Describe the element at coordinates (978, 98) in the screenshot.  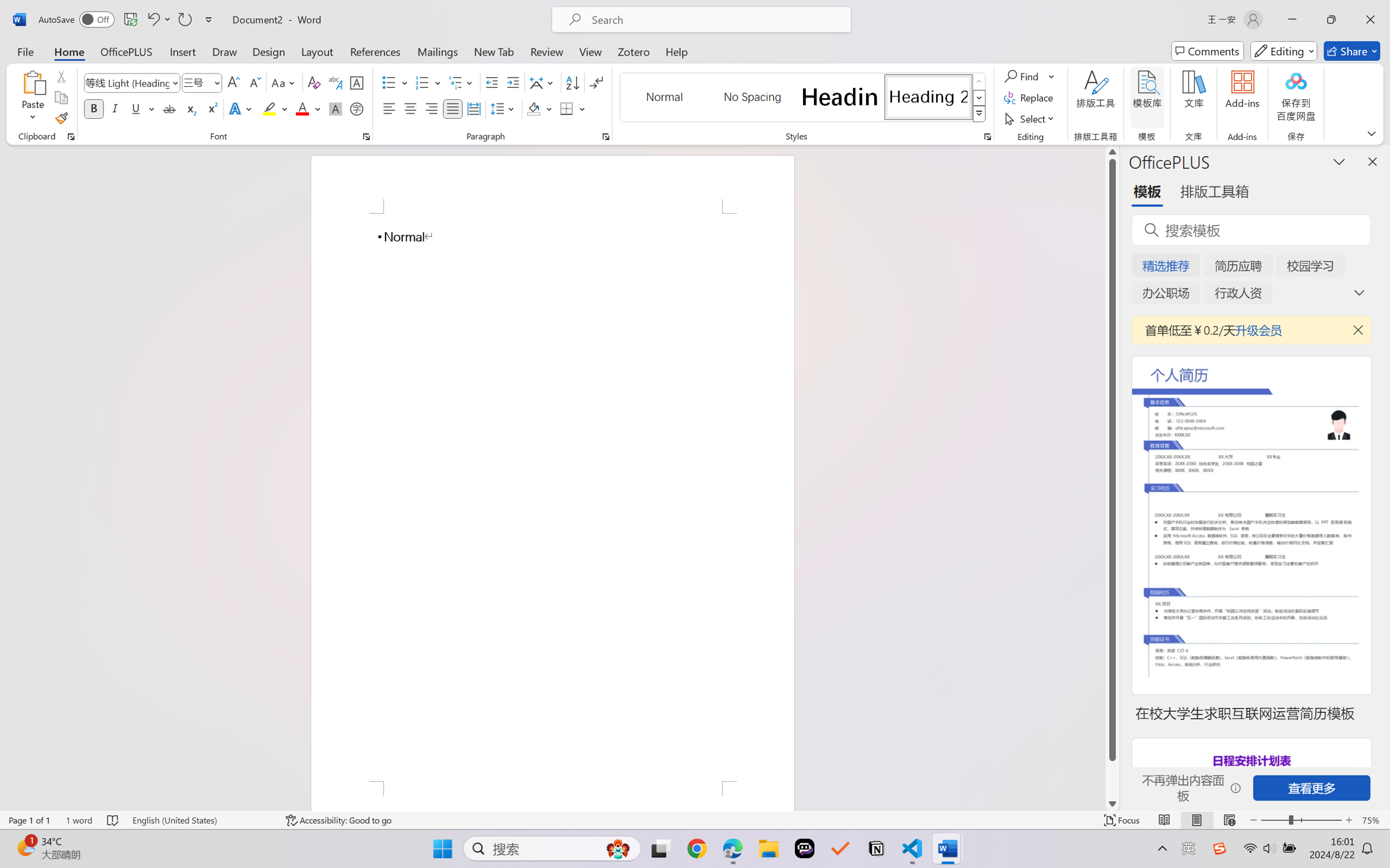
I see `'Row Down'` at that location.